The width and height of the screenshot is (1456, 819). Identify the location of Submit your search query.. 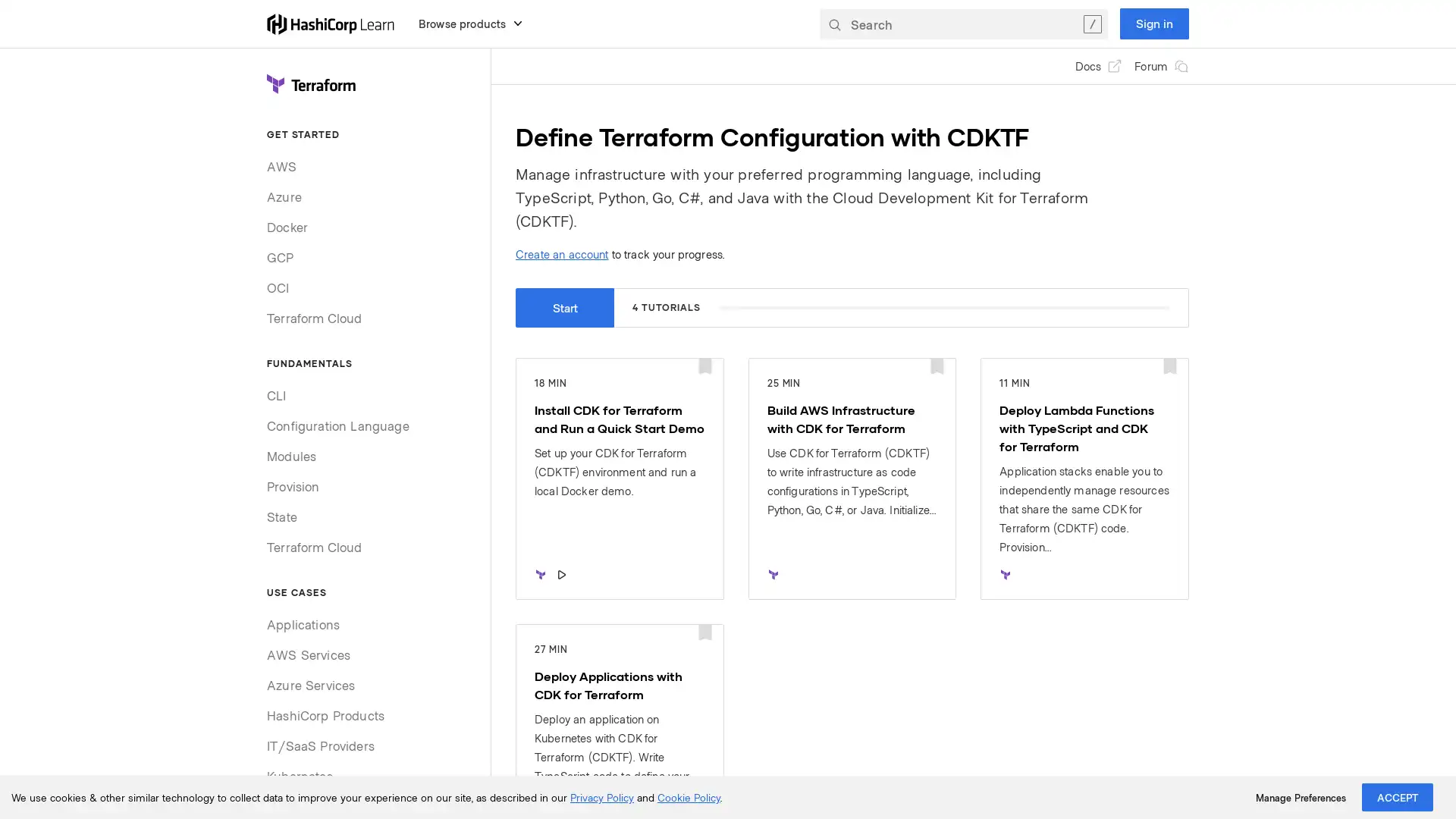
(833, 23).